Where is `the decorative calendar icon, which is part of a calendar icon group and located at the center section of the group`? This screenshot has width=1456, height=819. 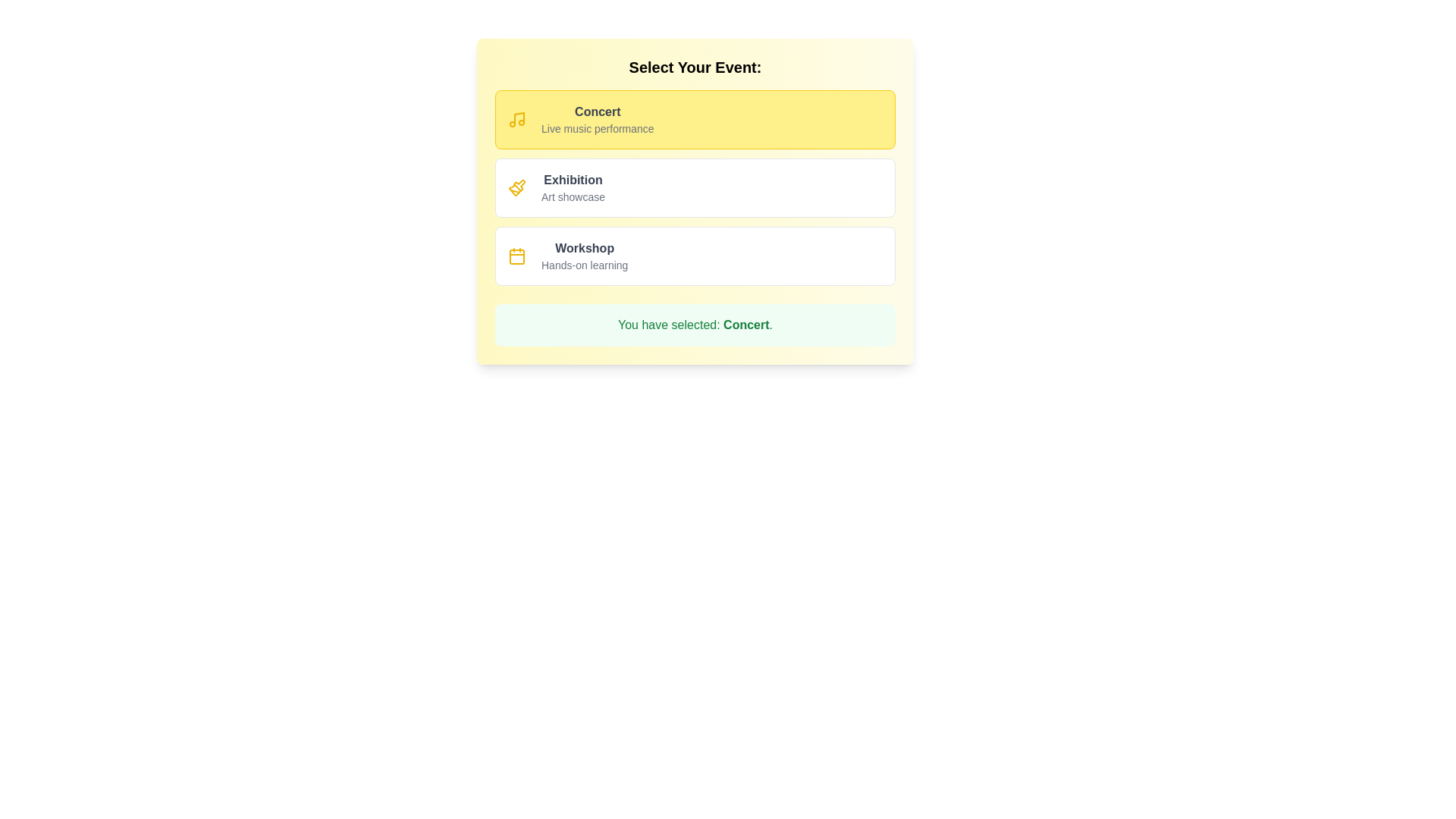 the decorative calendar icon, which is part of a calendar icon group and located at the center section of the group is located at coordinates (516, 256).